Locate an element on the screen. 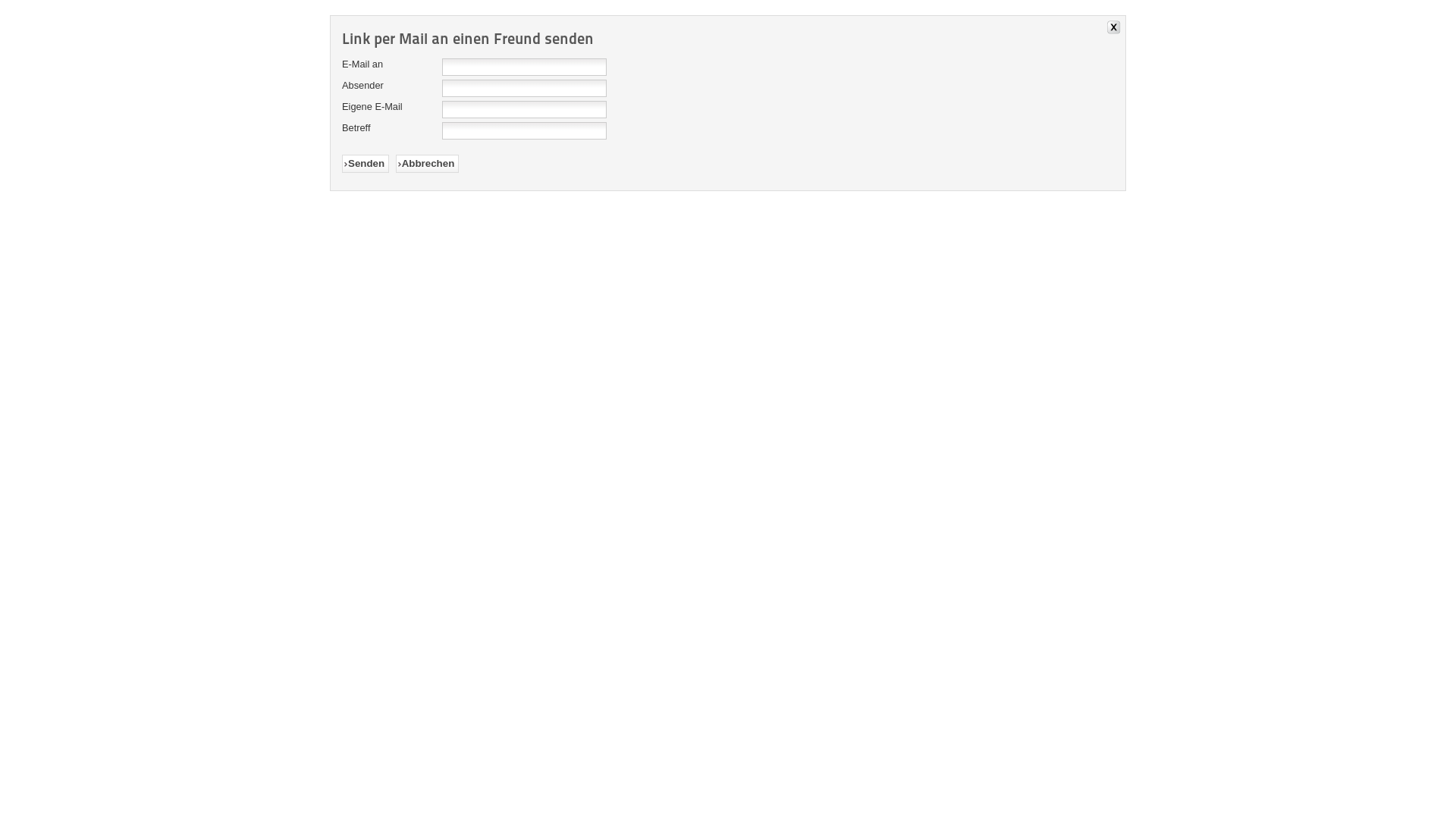  'Senden' is located at coordinates (365, 164).